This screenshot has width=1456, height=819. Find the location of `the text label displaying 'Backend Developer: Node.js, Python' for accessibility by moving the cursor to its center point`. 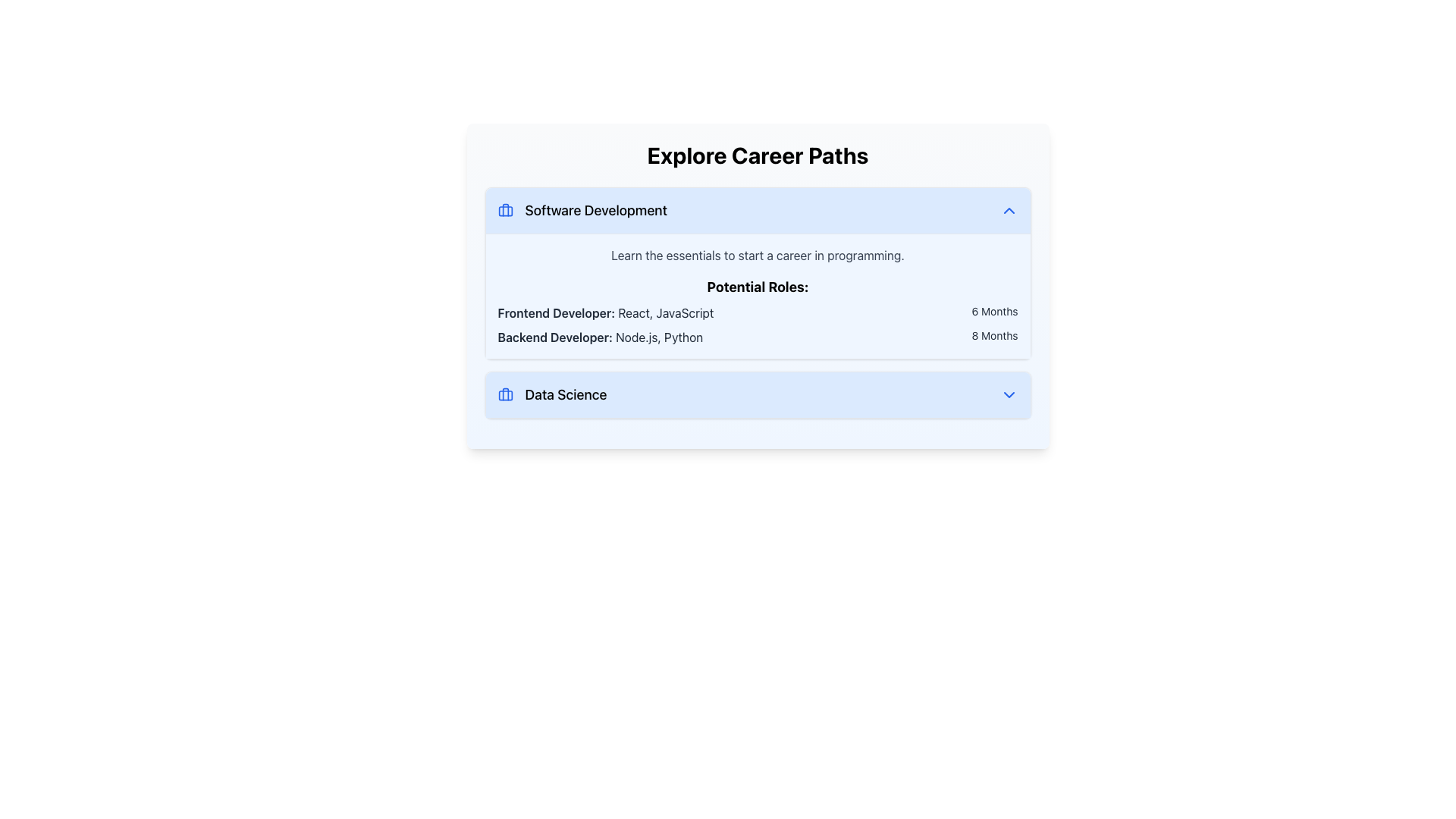

the text label displaying 'Backend Developer: Node.js, Python' for accessibility by moving the cursor to its center point is located at coordinates (599, 336).